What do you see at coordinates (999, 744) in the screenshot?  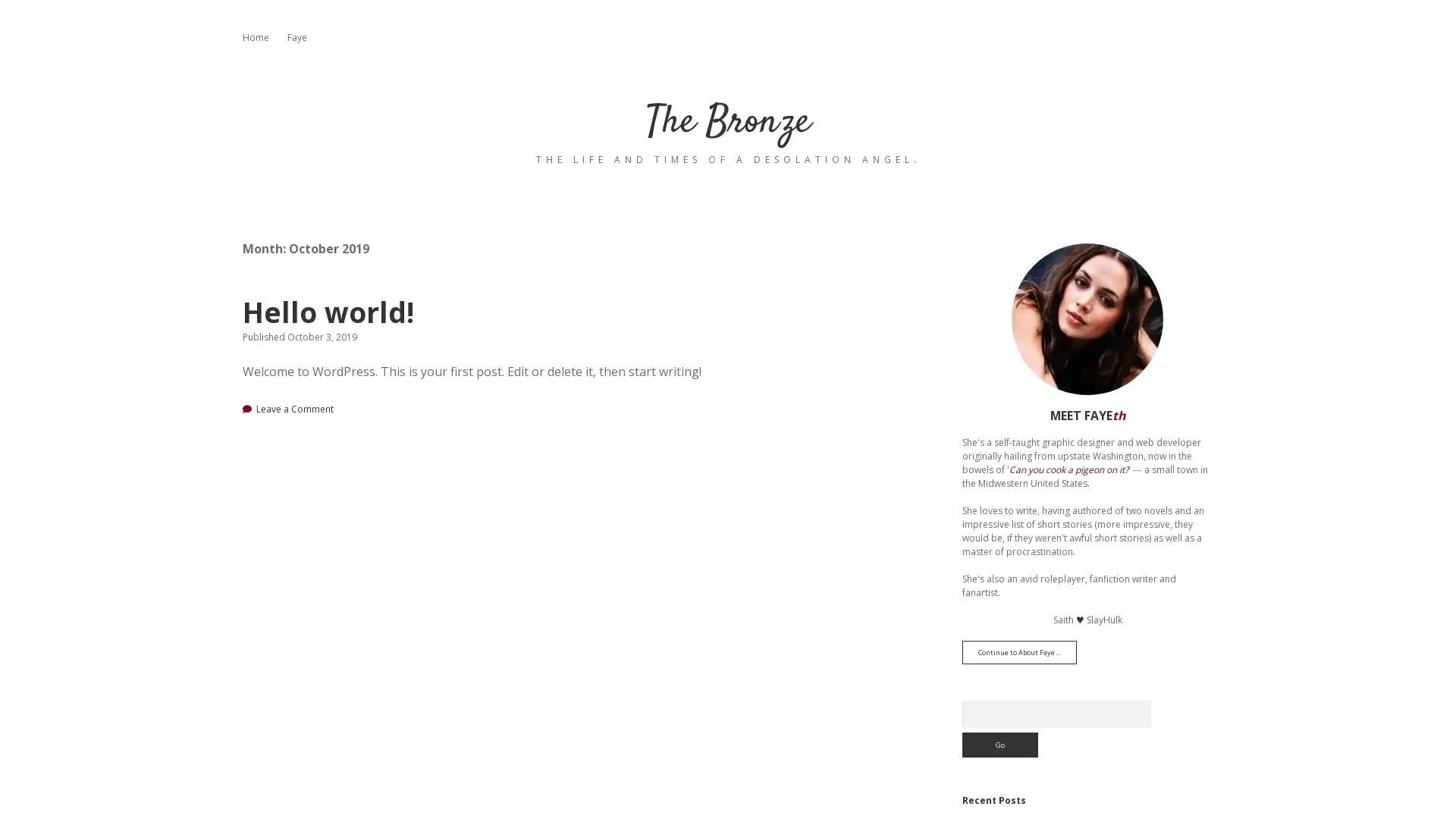 I see `Go` at bounding box center [999, 744].